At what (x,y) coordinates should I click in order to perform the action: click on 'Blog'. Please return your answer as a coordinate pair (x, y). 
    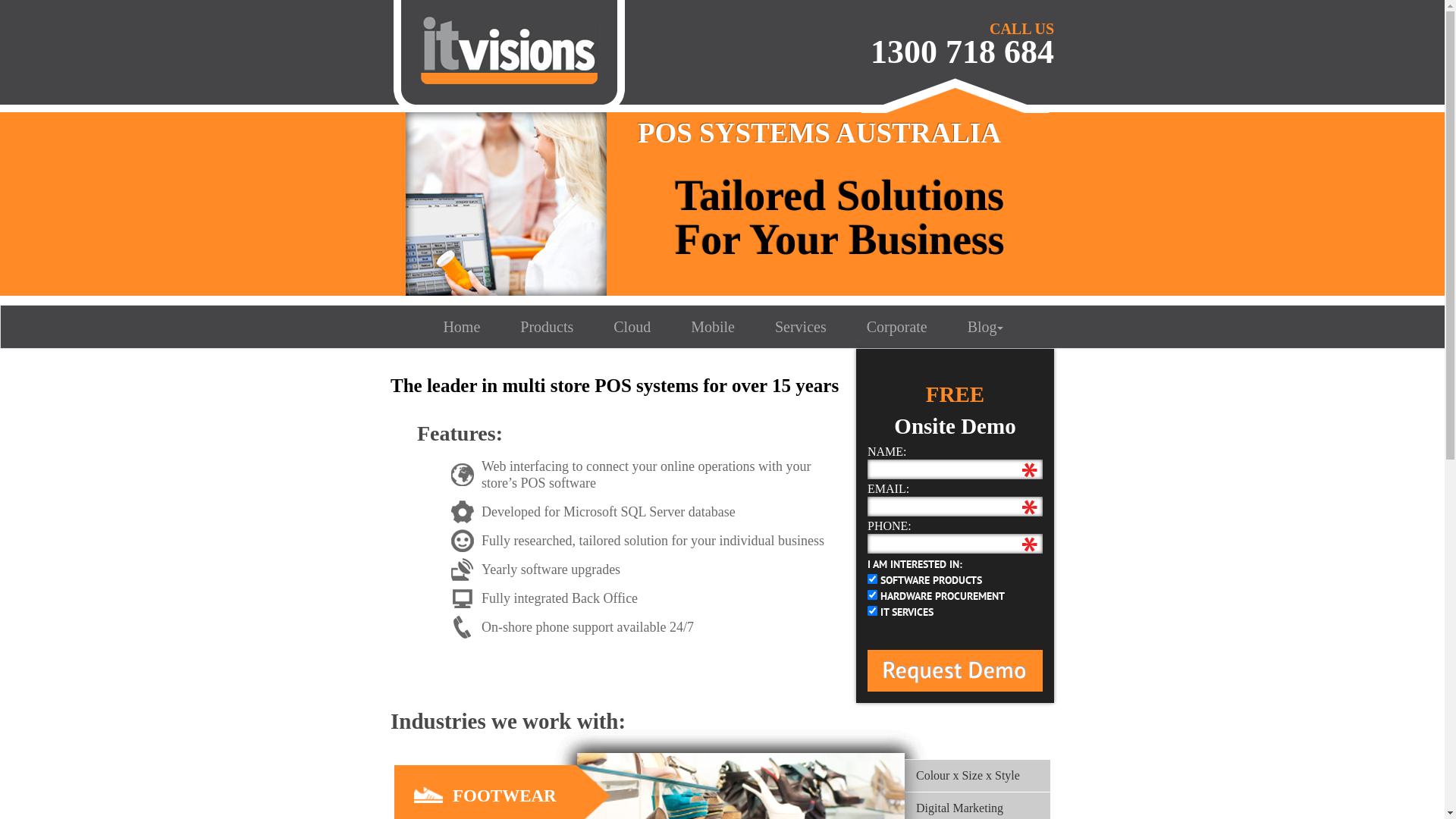
    Looking at the image, I should click on (985, 326).